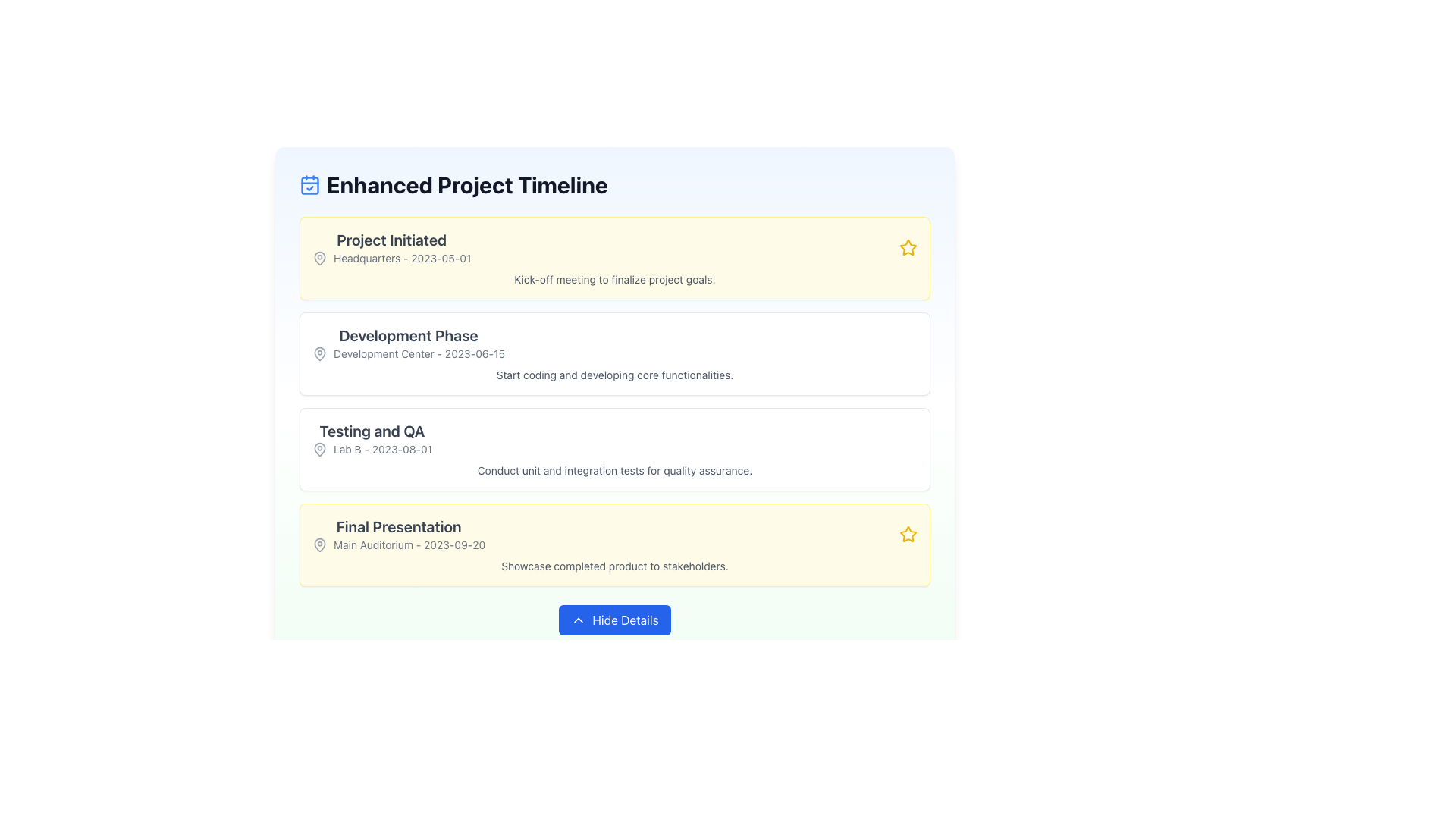 This screenshot has height=819, width=1456. What do you see at coordinates (615, 449) in the screenshot?
I see `the third informational card in the project timeline, which provides details about a specific phase or event` at bounding box center [615, 449].